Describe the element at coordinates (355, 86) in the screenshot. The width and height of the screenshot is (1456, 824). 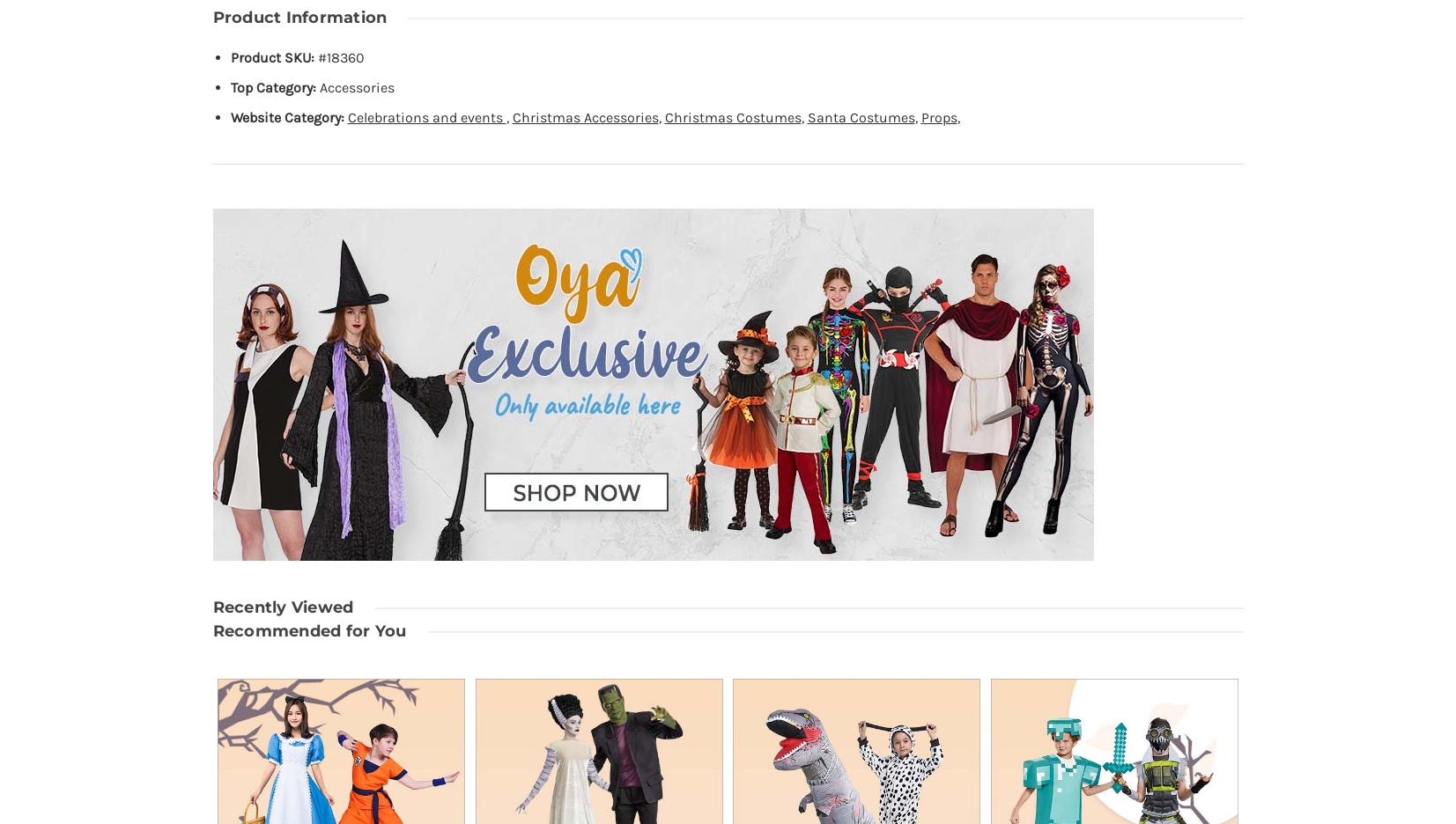
I see `'Accessories'` at that location.